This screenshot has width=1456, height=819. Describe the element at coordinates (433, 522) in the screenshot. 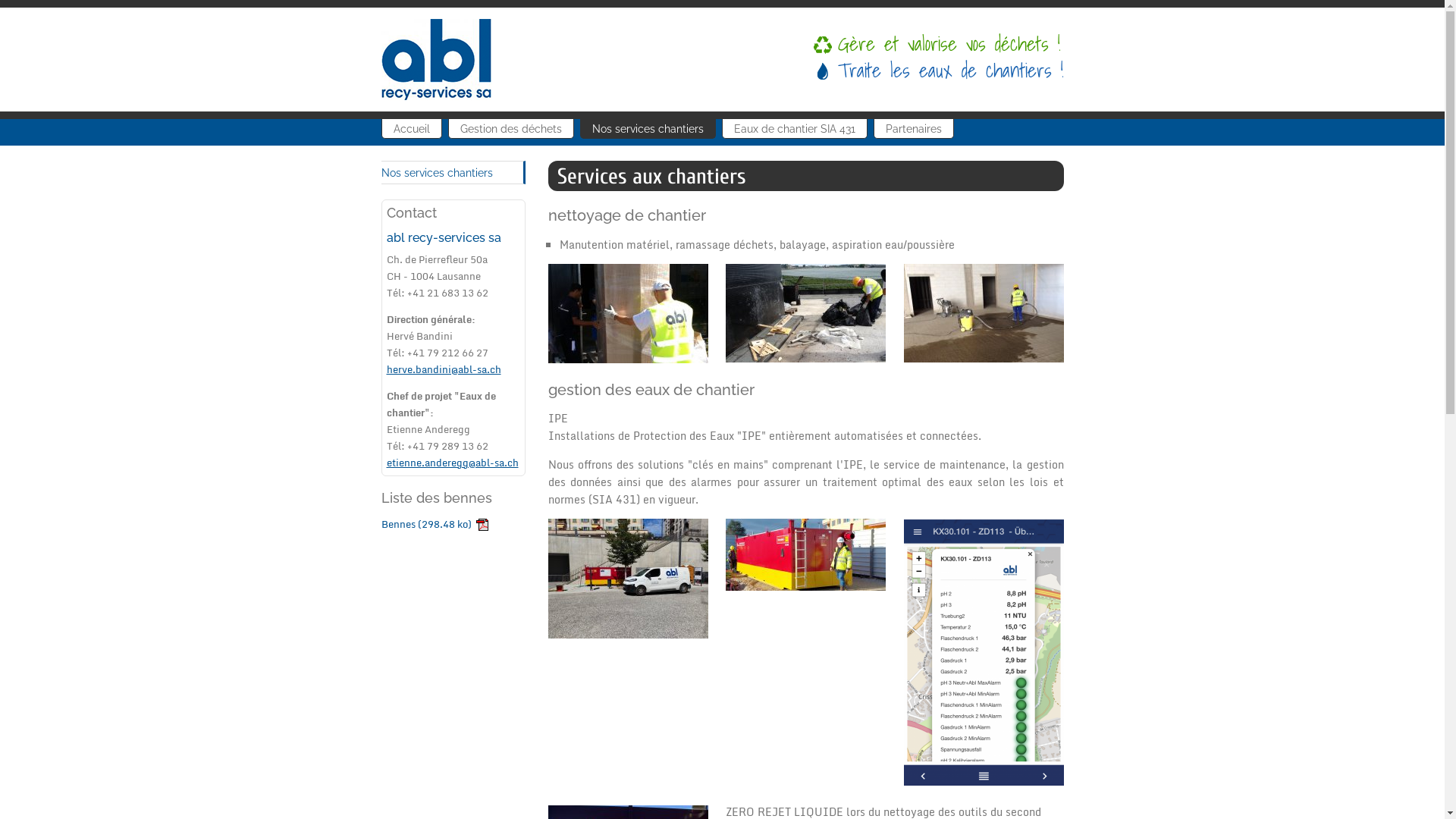

I see `'Bennes (298.48 ko)'` at that location.